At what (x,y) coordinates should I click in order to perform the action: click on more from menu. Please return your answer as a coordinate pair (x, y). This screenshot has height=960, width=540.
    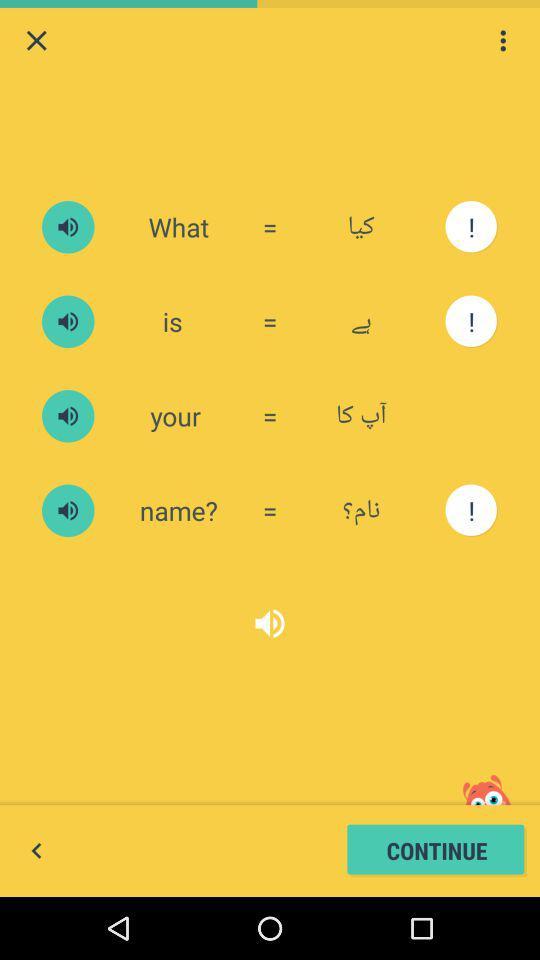
    Looking at the image, I should click on (502, 39).